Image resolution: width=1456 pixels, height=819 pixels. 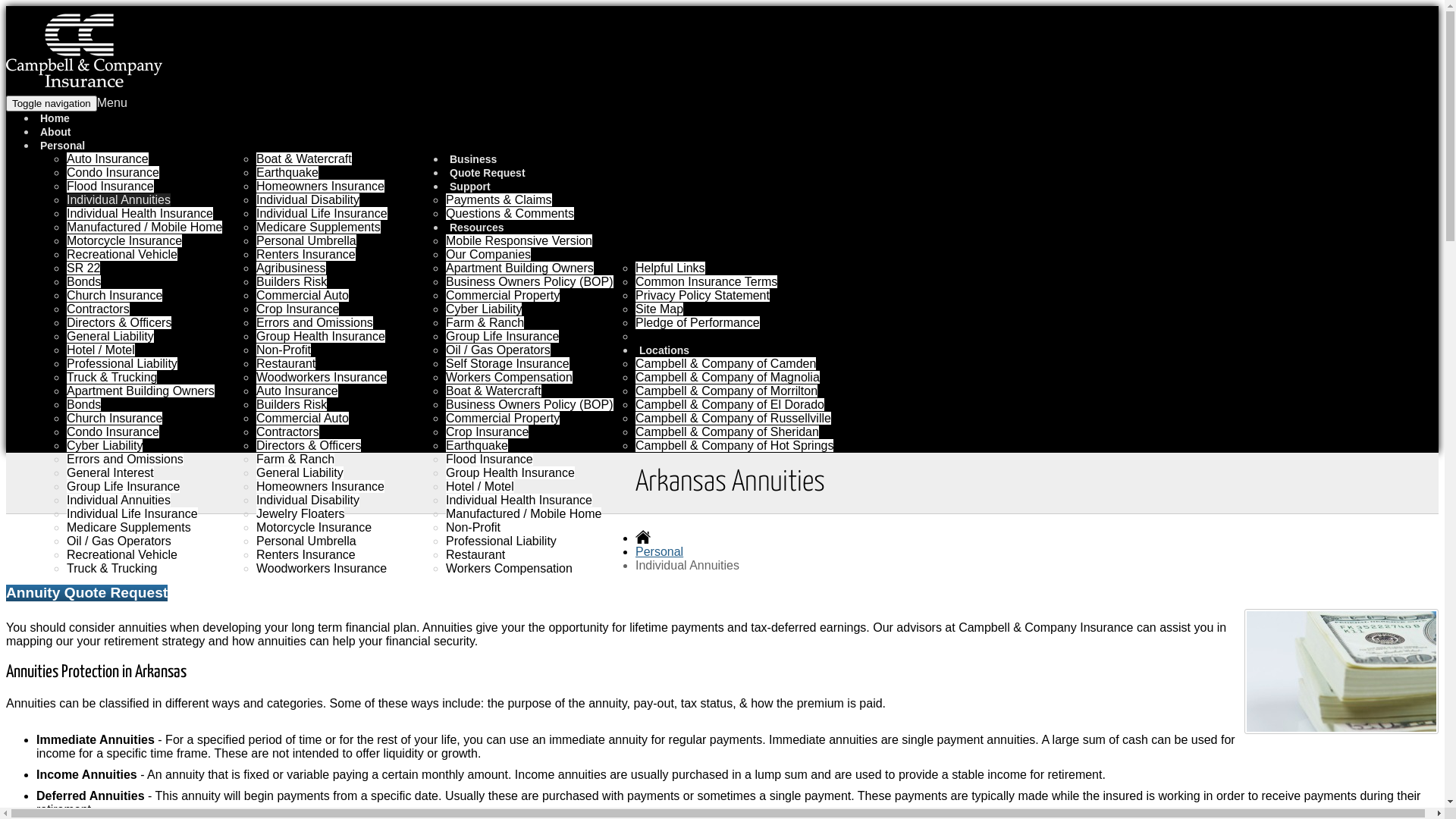 I want to click on 'Personal Umbrella', so click(x=305, y=240).